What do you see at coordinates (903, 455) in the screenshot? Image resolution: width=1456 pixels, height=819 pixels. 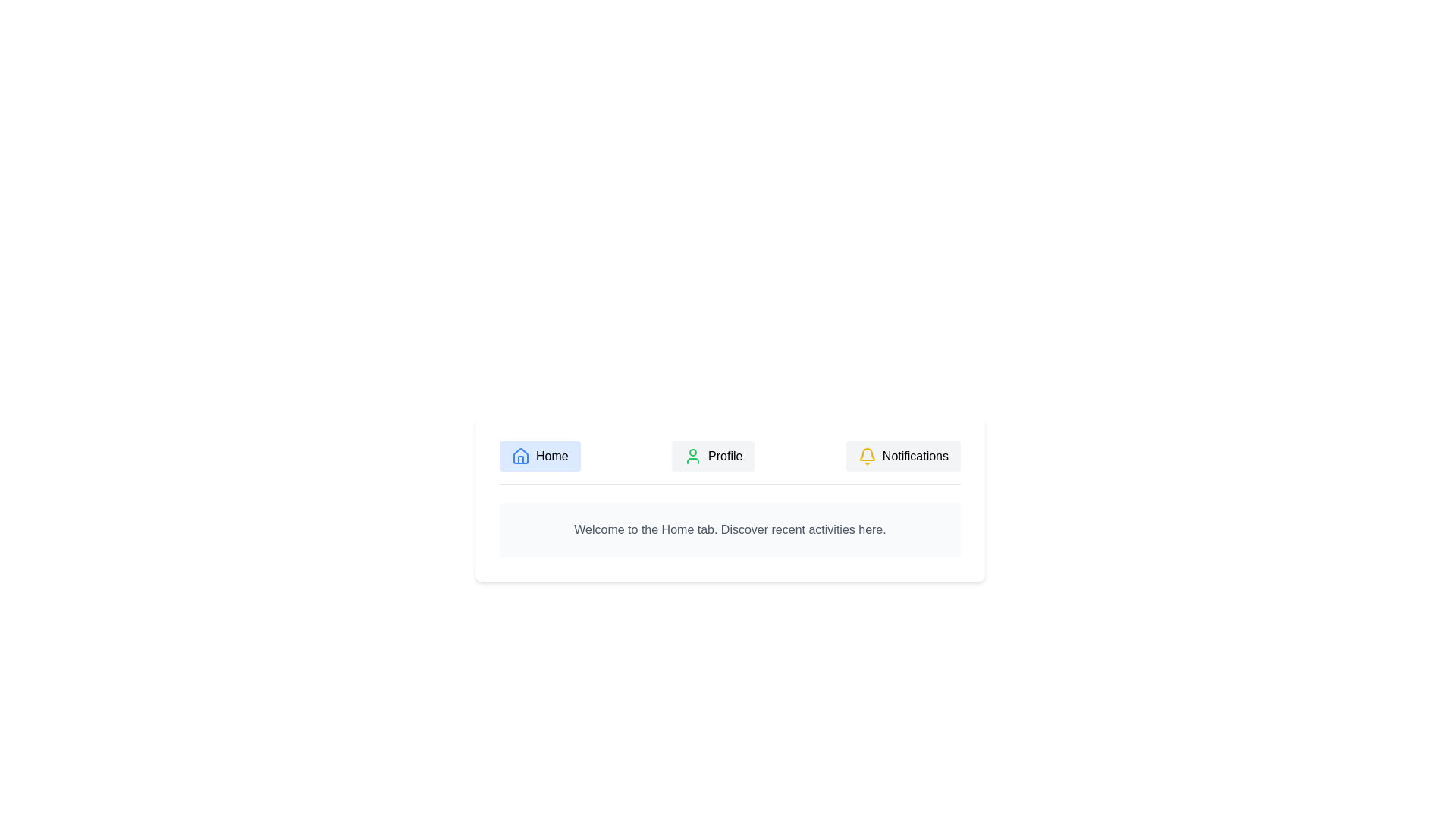 I see `the tab labeled Notifications to observe its hover effect` at bounding box center [903, 455].